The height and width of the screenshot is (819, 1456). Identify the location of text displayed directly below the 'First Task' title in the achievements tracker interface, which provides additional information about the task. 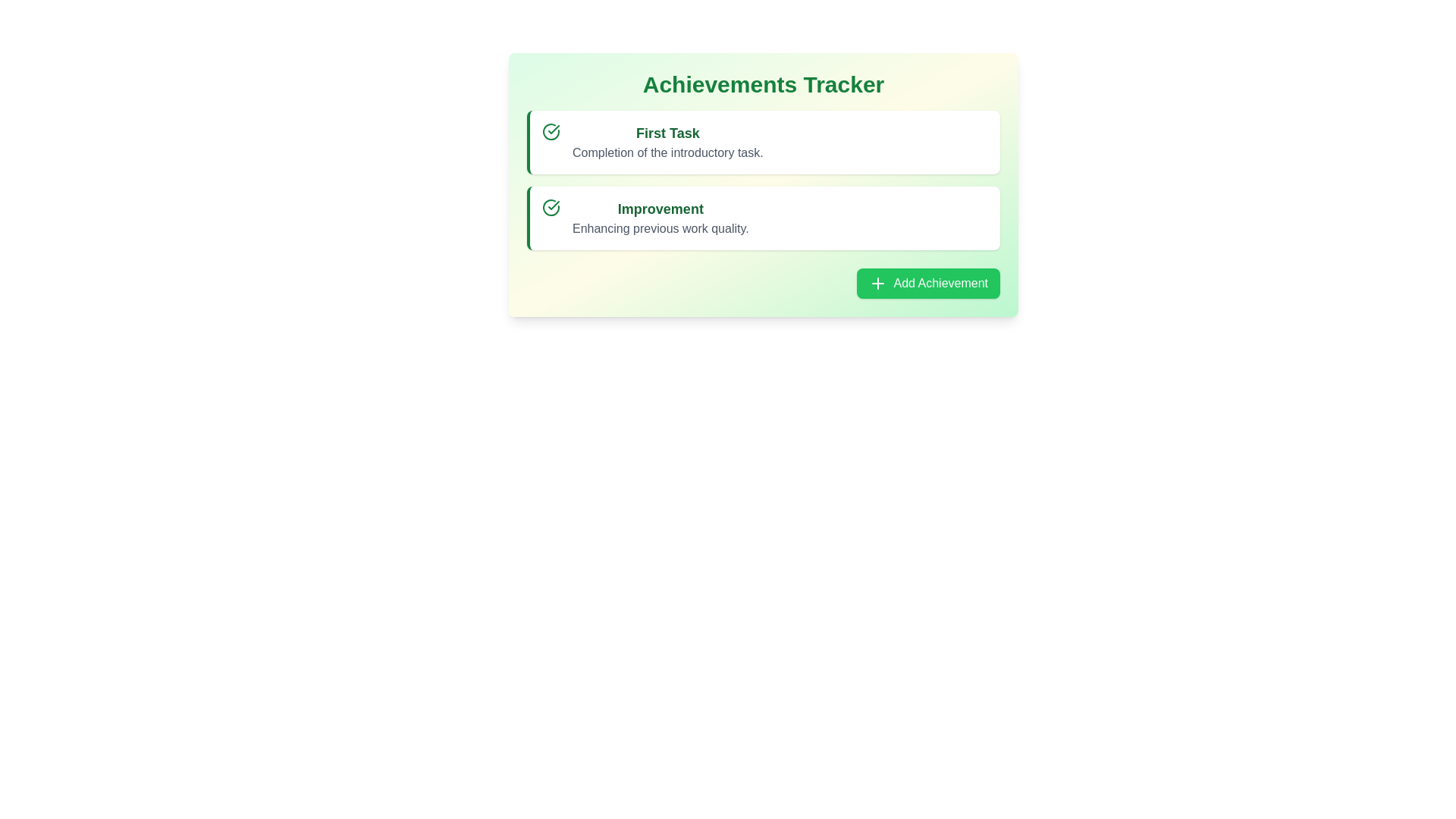
(667, 152).